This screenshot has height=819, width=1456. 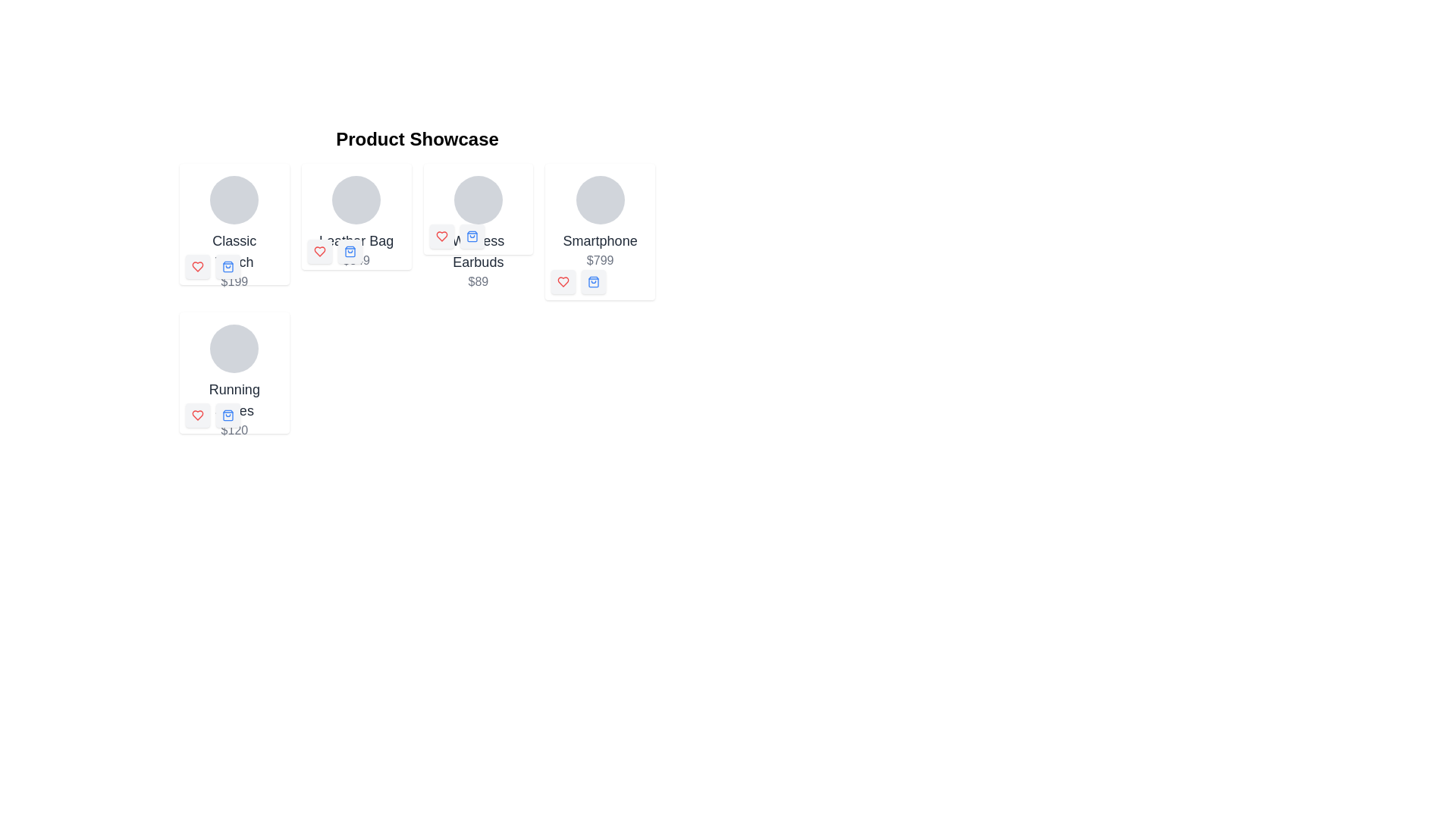 What do you see at coordinates (234, 400) in the screenshot?
I see `the static text label that displays the name of an item in the product showcase grid, located in the bottom-left product card between the circular image placeholder and the price label` at bounding box center [234, 400].